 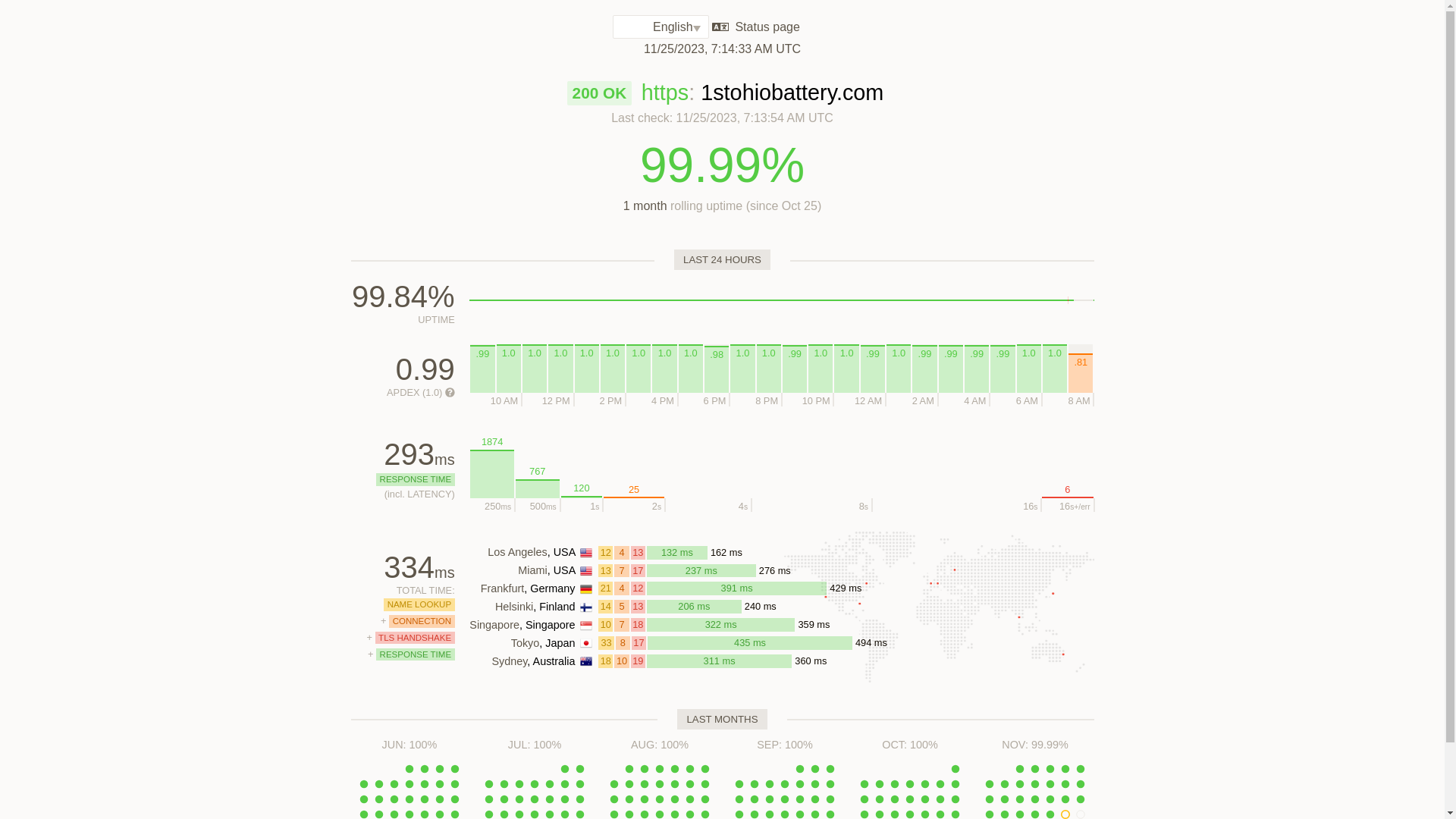 What do you see at coordinates (364, 783) in the screenshot?
I see `'<small>Jun 05:</small> No downtime'` at bounding box center [364, 783].